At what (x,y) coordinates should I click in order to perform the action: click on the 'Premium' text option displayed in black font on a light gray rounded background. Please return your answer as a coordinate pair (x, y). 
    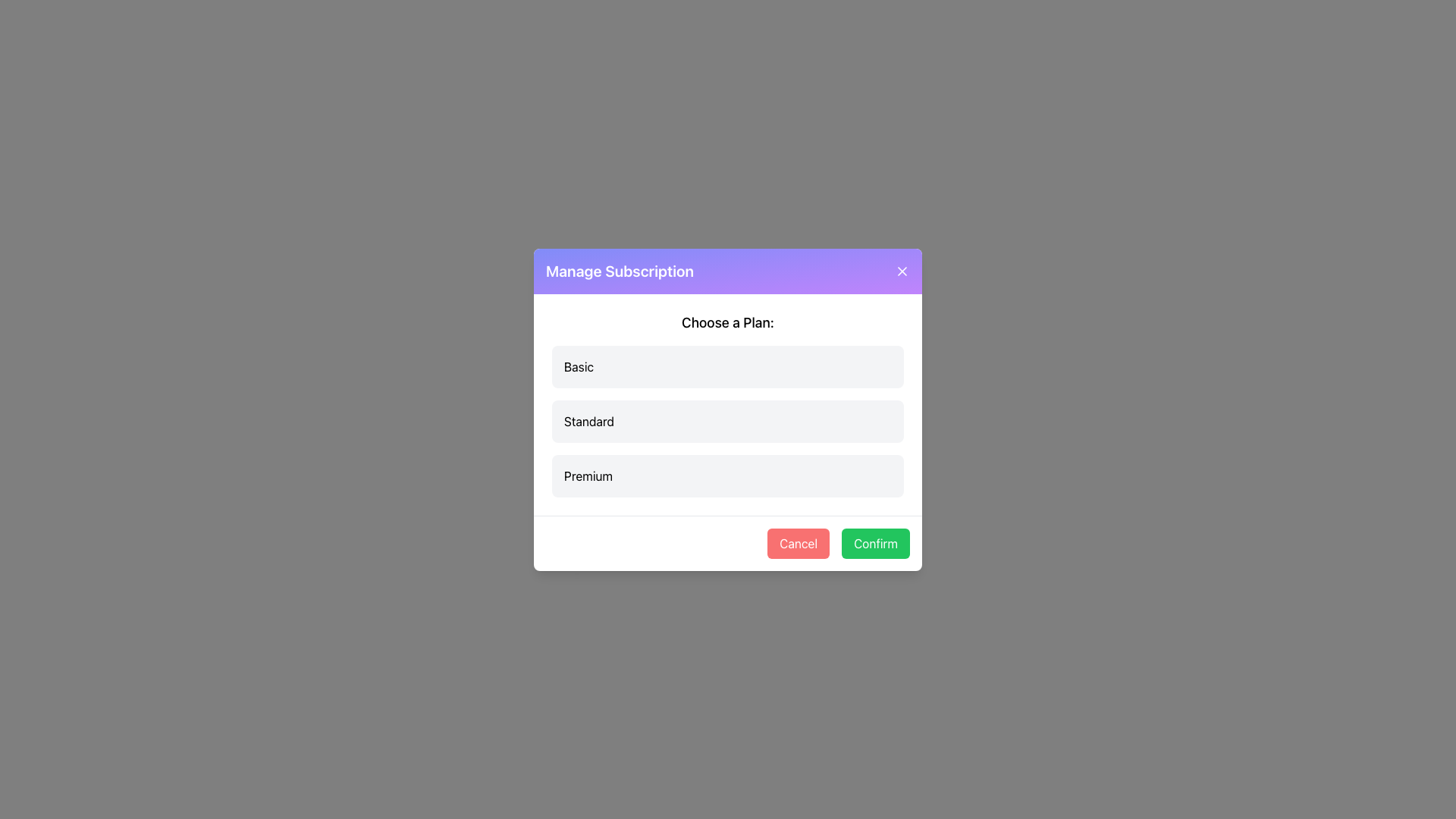
    Looking at the image, I should click on (588, 475).